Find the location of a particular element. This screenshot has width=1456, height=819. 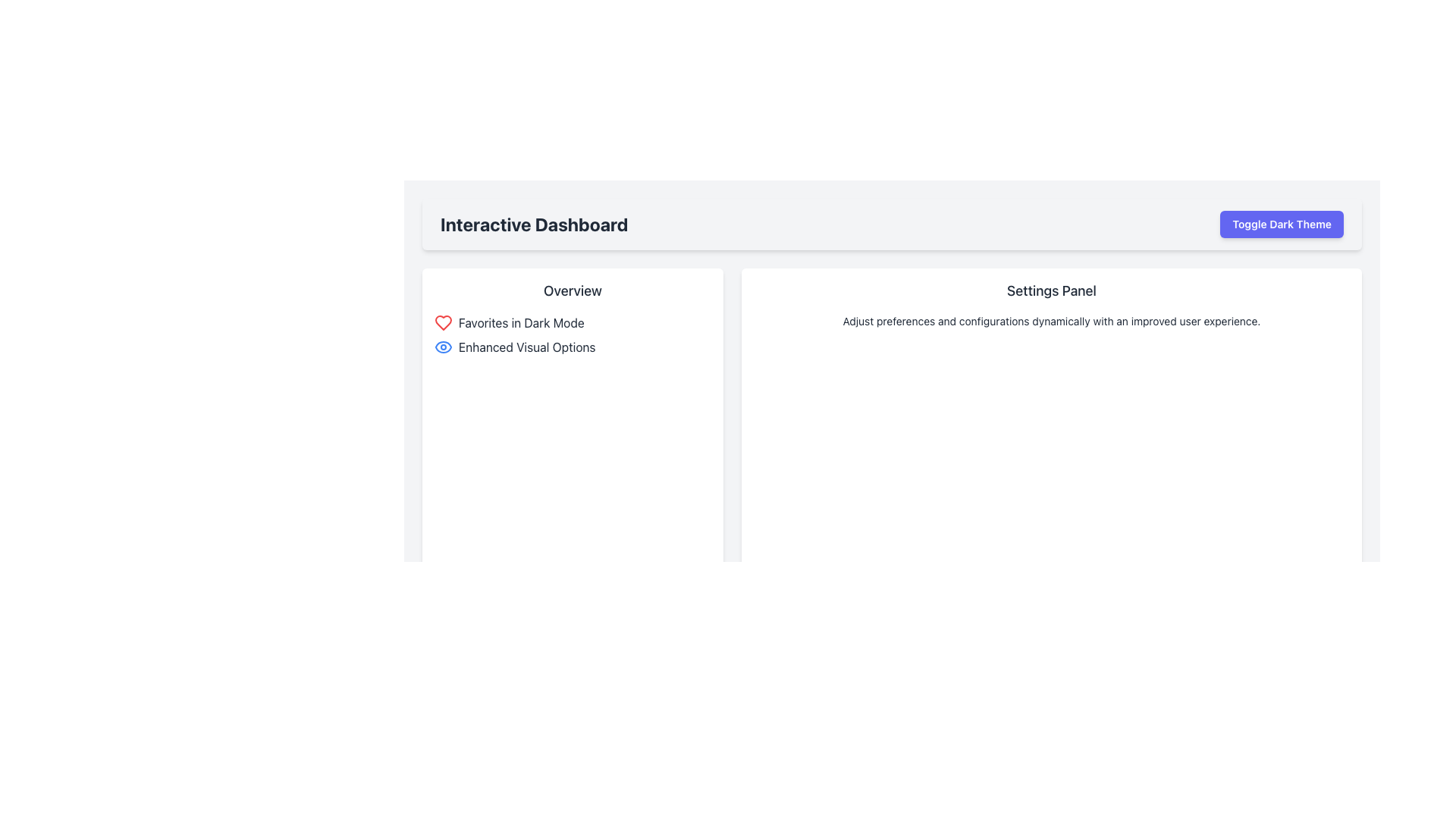

the 'Enhanced Visual Options' icon located in the left column under the 'Overview' section is located at coordinates (443, 347).